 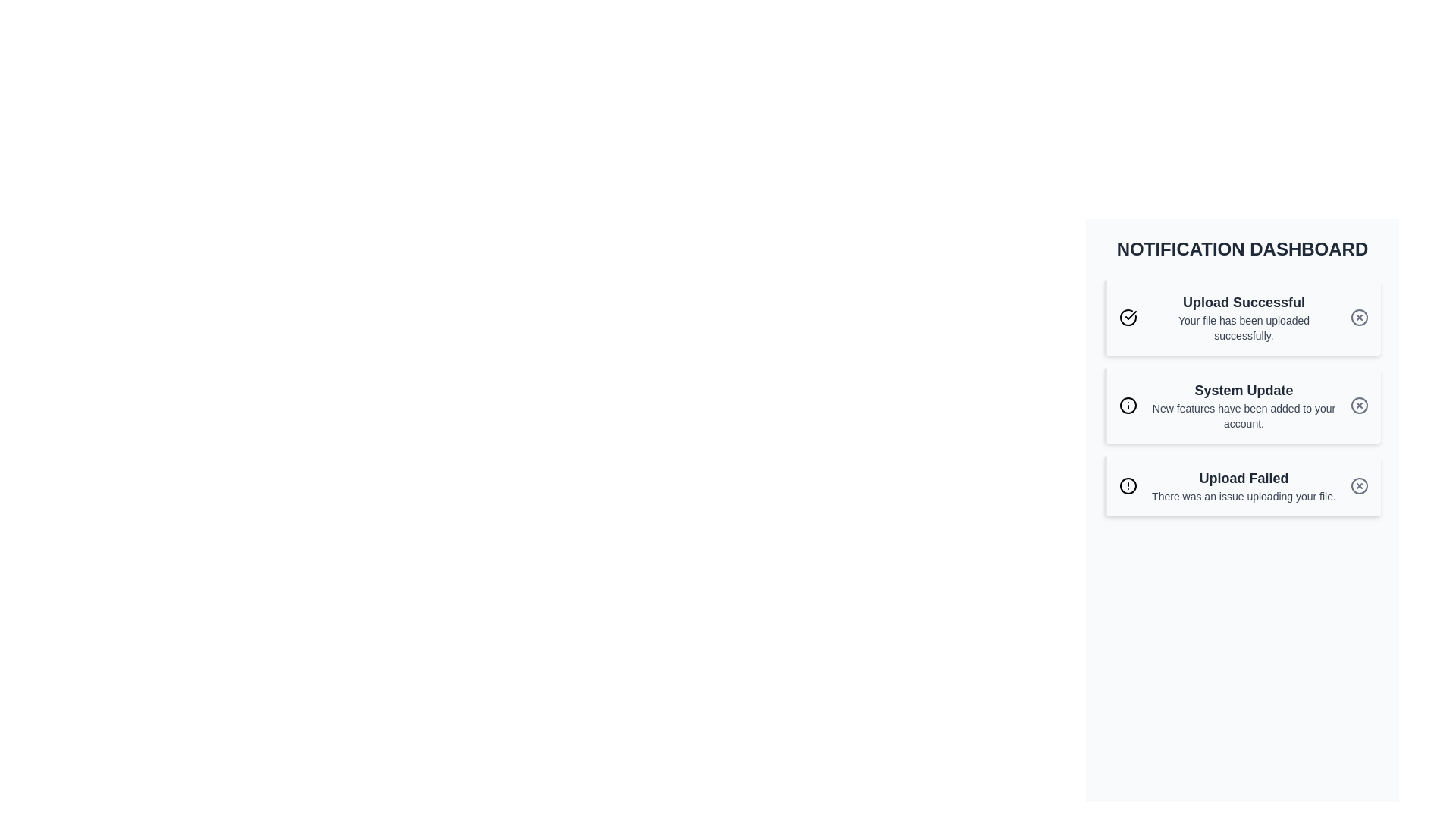 I want to click on the close button located at the far right side of the 'Upload Failed' notification block to trigger the hover effect, so click(x=1360, y=485).